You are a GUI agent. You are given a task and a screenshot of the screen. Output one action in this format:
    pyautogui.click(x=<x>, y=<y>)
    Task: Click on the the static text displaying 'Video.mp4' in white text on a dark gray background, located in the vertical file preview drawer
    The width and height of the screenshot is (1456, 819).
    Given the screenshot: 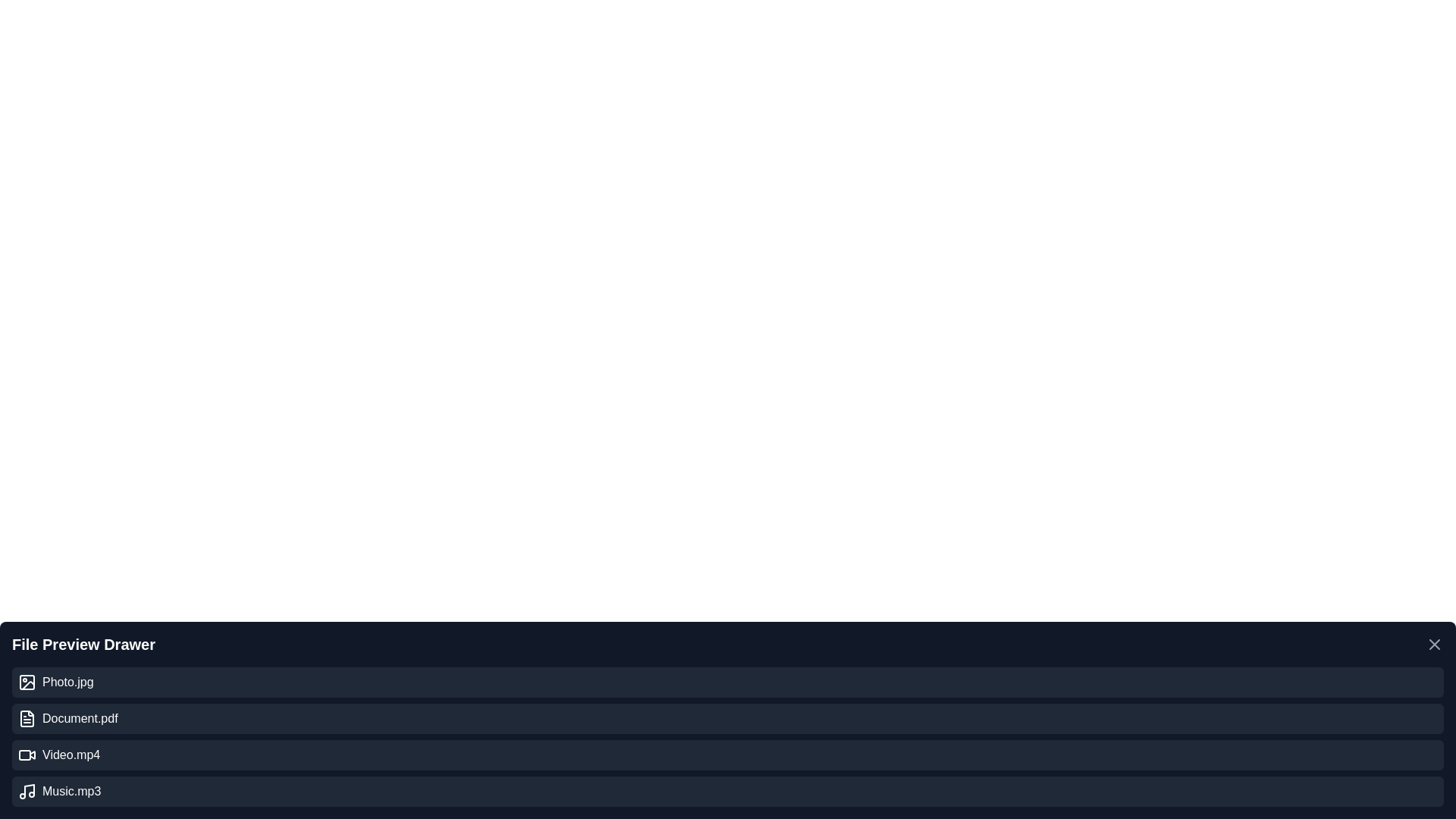 What is the action you would take?
    pyautogui.click(x=71, y=755)
    